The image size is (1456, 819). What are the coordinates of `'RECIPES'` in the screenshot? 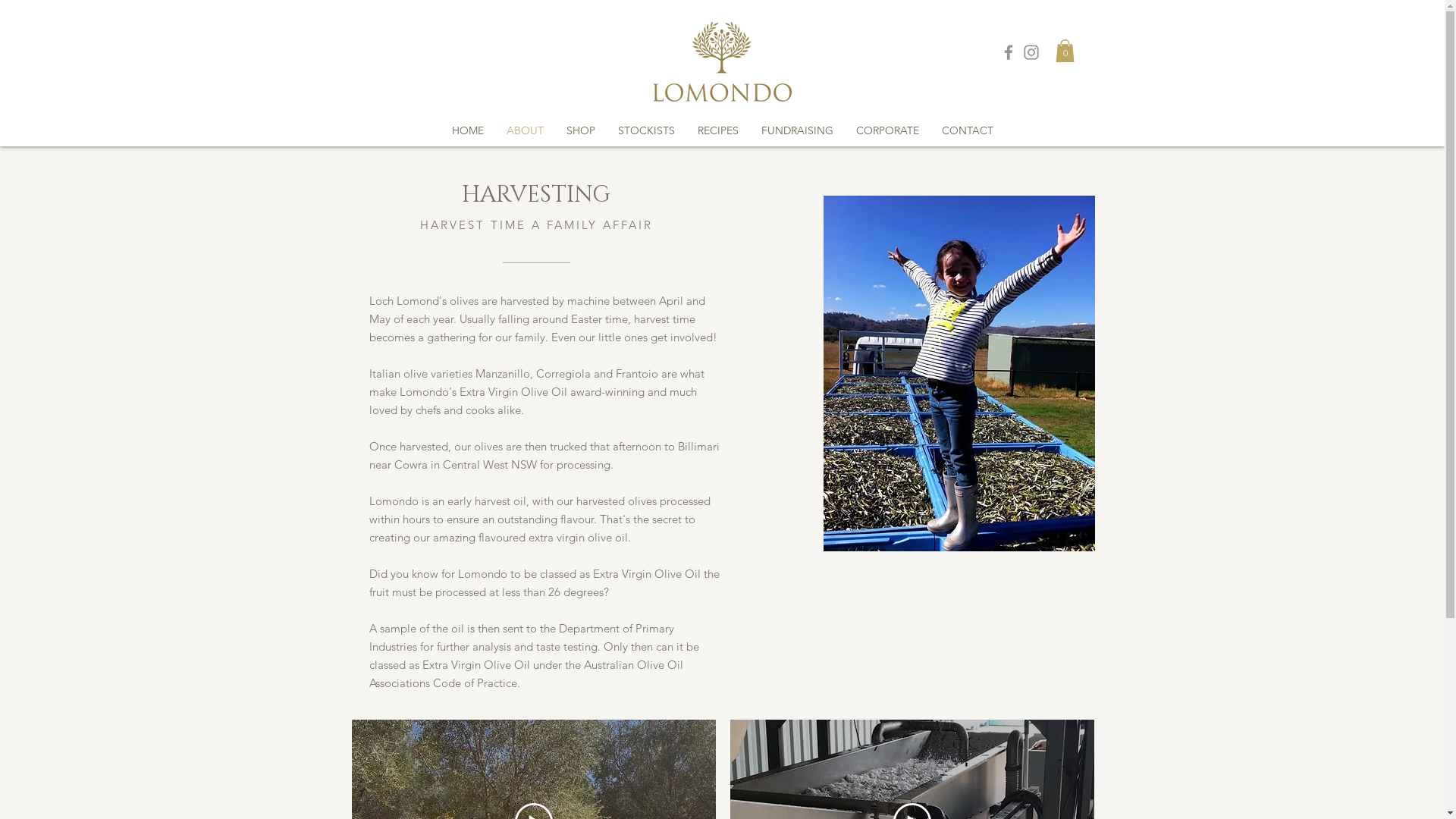 It's located at (716, 130).